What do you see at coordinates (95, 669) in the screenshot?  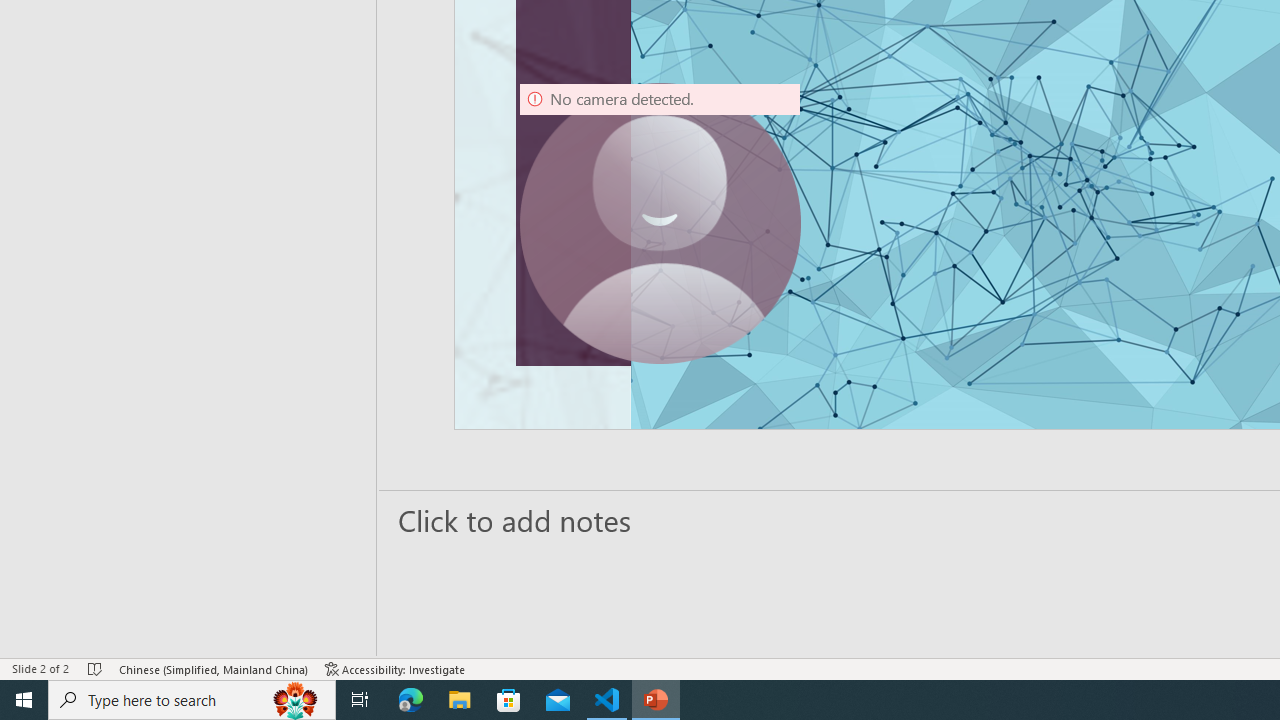 I see `'Spell Check No Errors'` at bounding box center [95, 669].